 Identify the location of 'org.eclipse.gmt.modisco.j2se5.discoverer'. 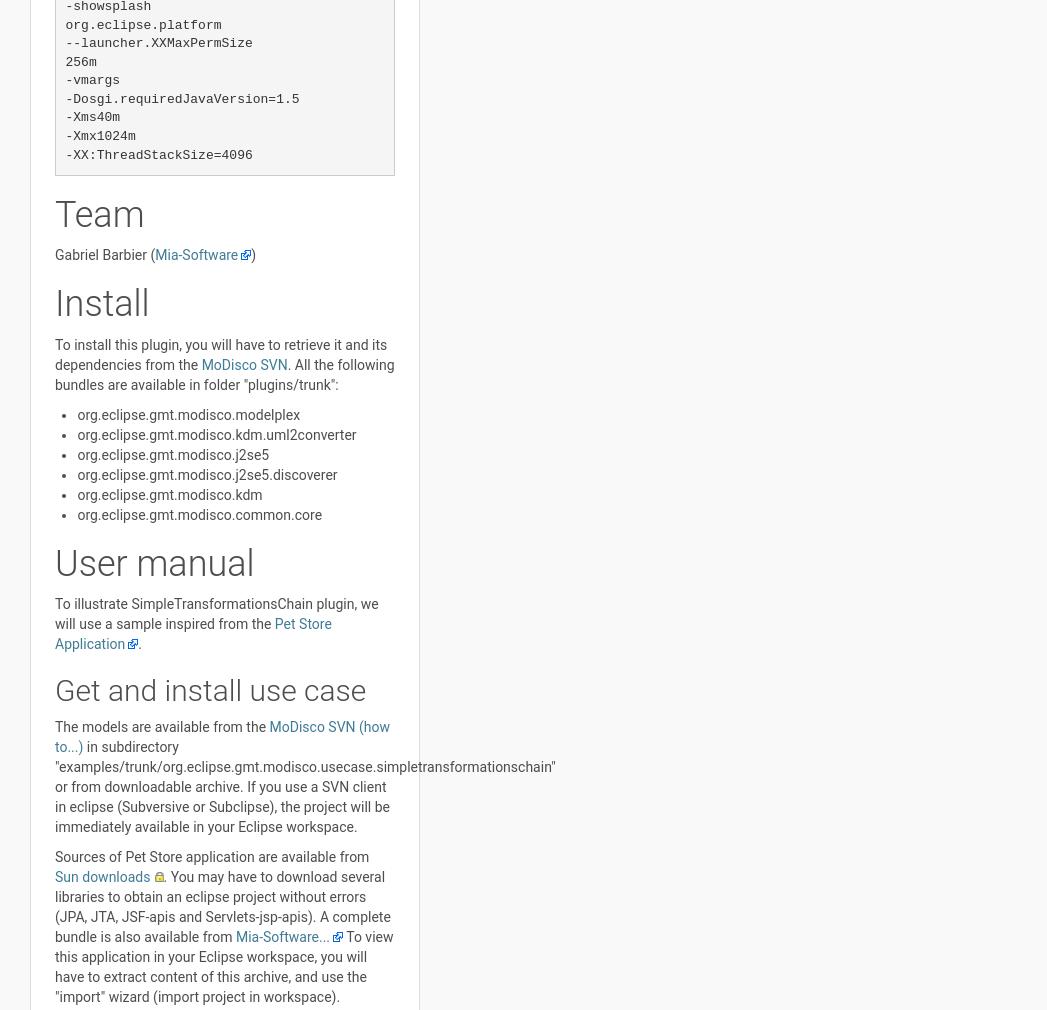
(205, 473).